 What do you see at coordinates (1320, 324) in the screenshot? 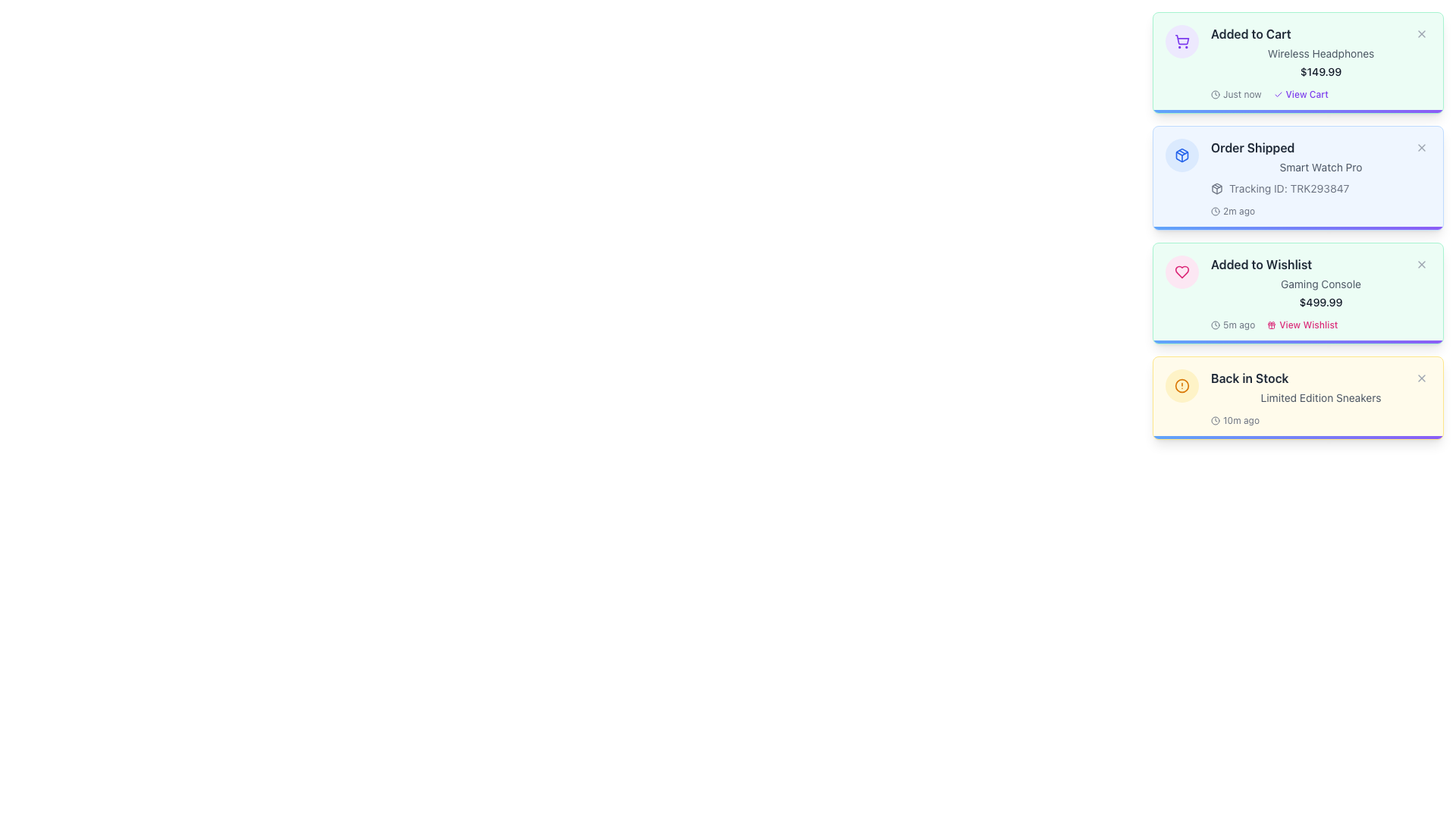
I see `the Compound text and link component labeled 'View Wishlist' within the 'Added to Wishlist' notification card` at bounding box center [1320, 324].